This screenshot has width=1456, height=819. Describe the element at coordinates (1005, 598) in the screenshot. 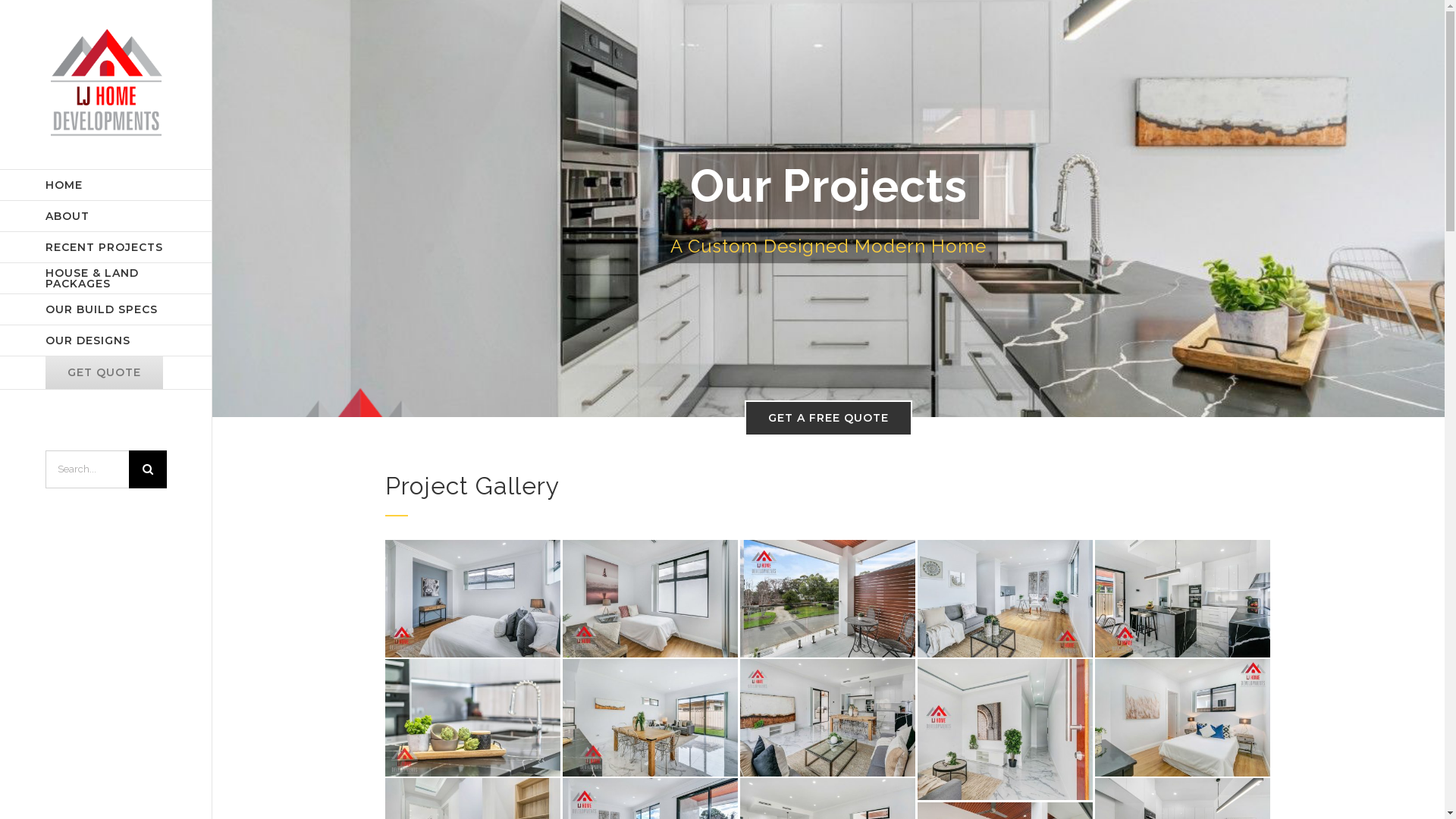

I see `'13'` at that location.